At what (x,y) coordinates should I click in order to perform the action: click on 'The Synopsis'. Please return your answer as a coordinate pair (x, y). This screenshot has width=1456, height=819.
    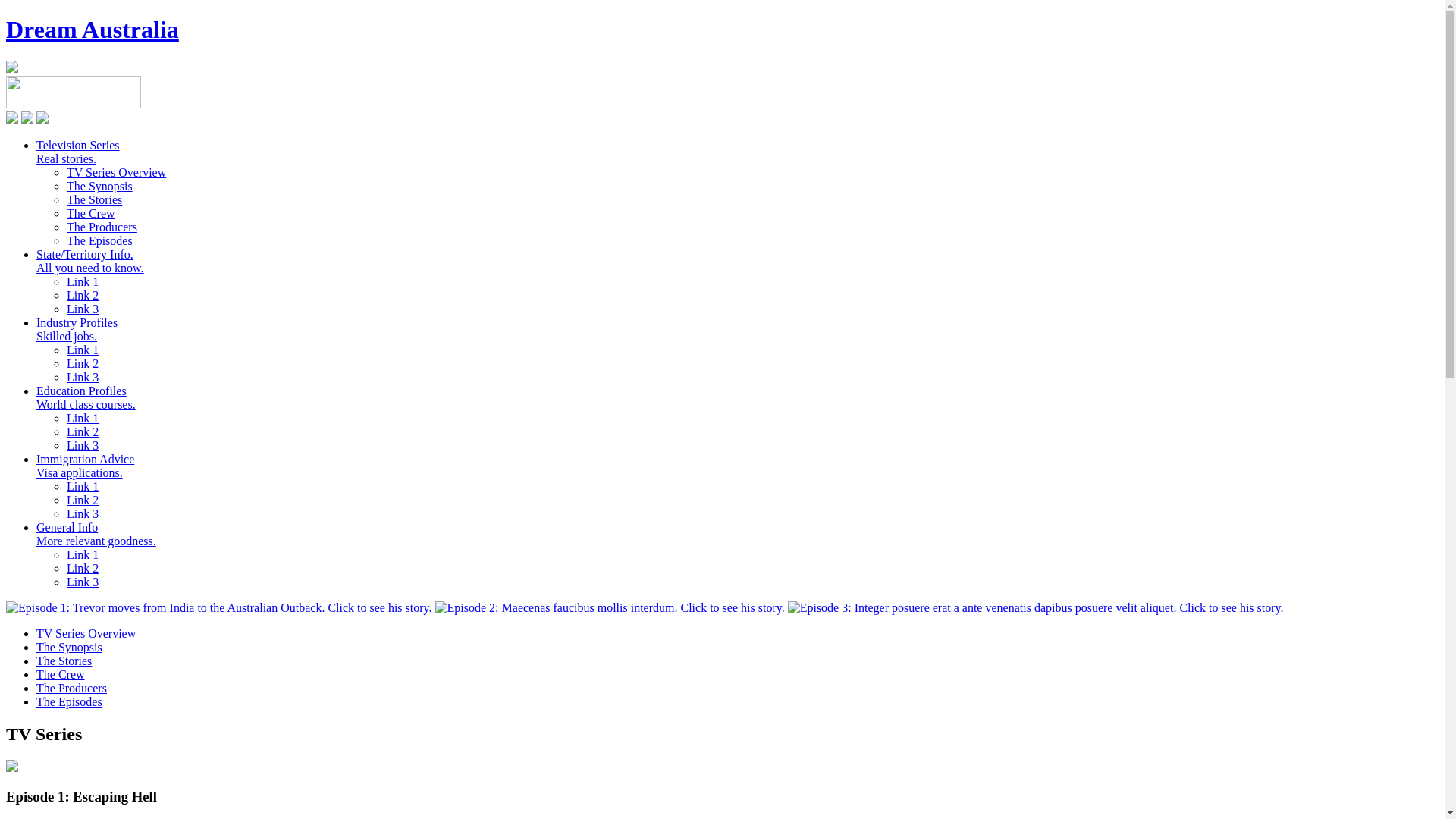
    Looking at the image, I should click on (68, 647).